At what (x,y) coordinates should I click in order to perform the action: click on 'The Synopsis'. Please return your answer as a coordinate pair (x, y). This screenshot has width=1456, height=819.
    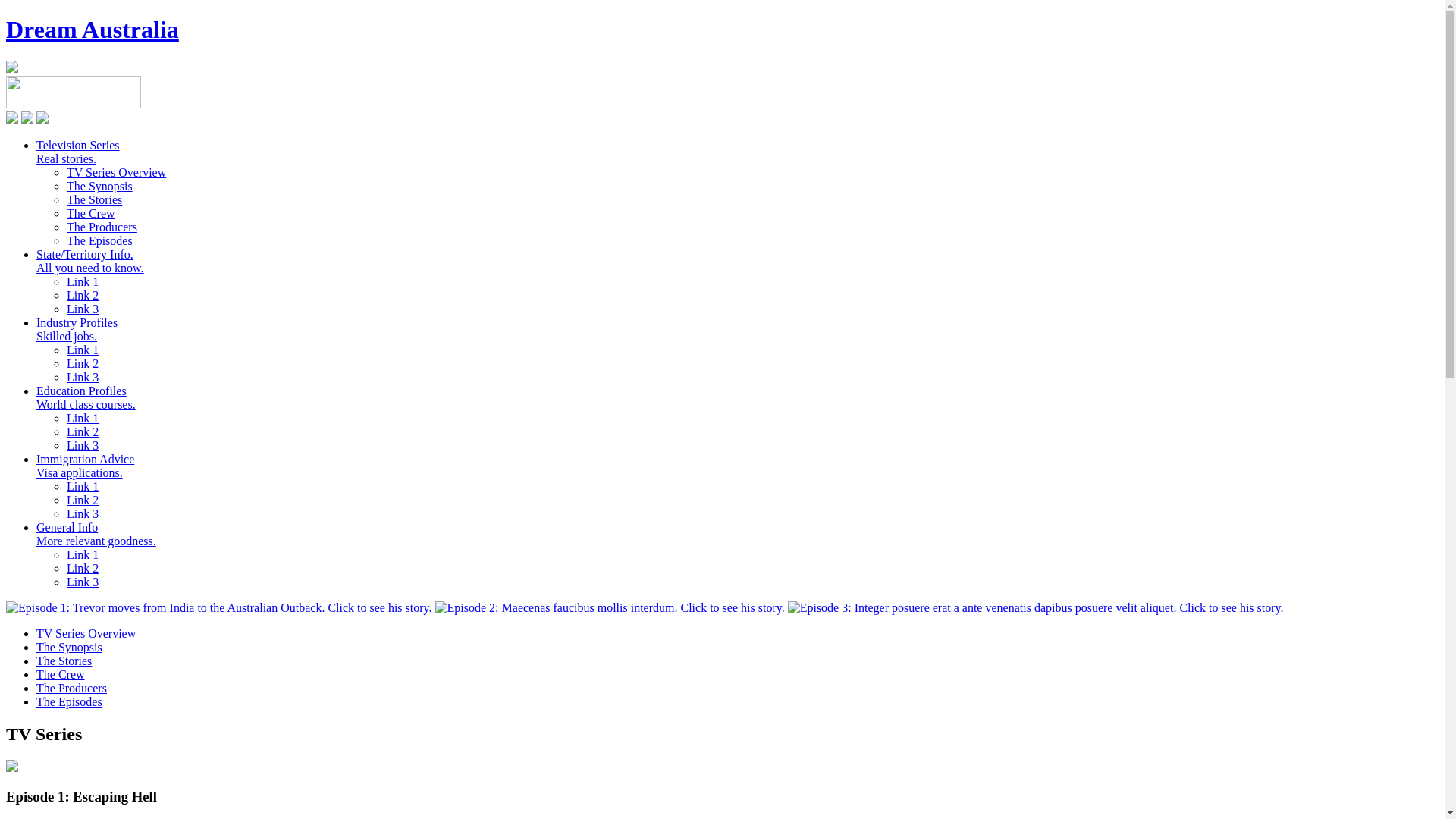
    Looking at the image, I should click on (68, 647).